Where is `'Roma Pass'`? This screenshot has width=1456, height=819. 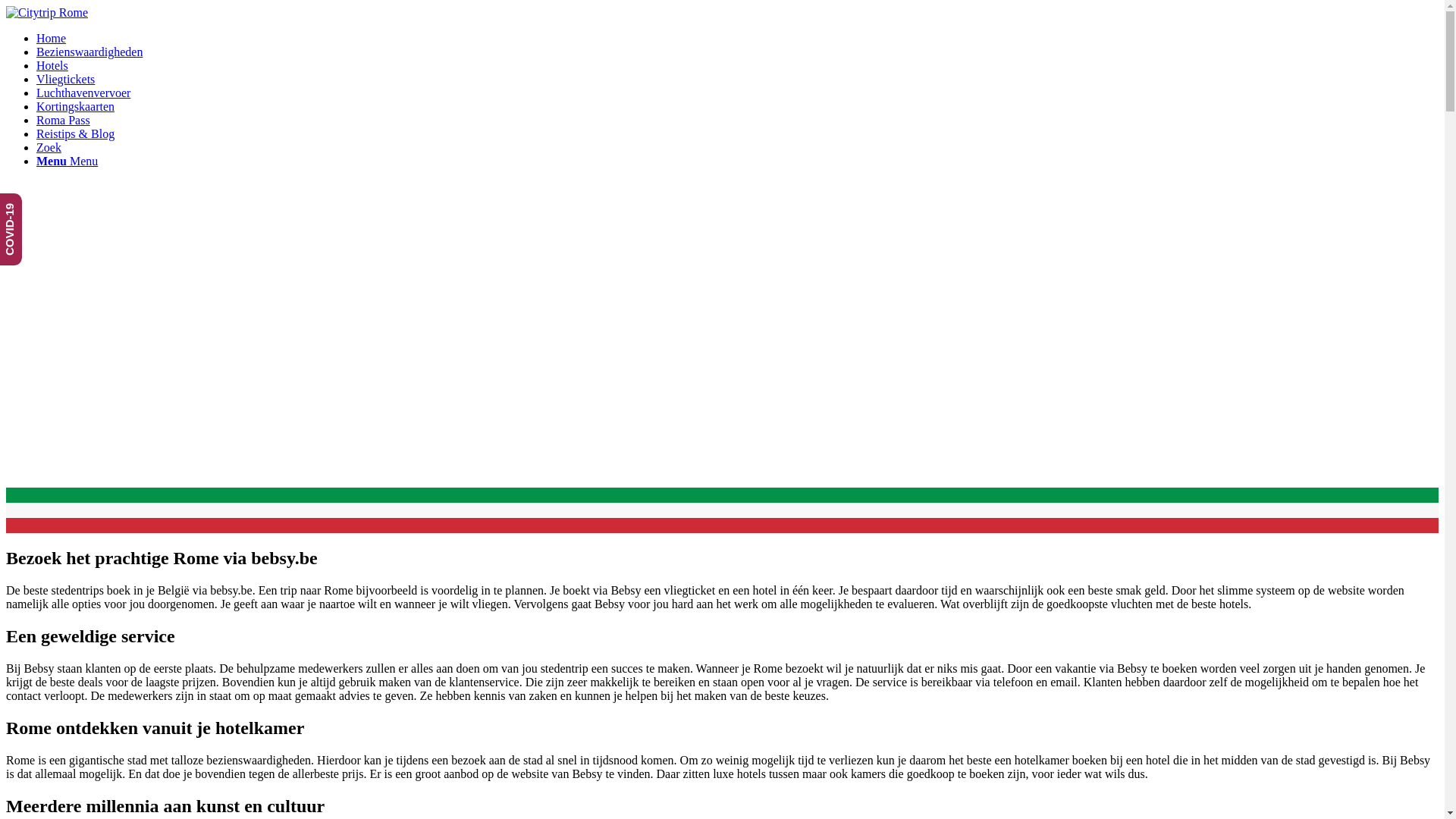 'Roma Pass' is located at coordinates (62, 119).